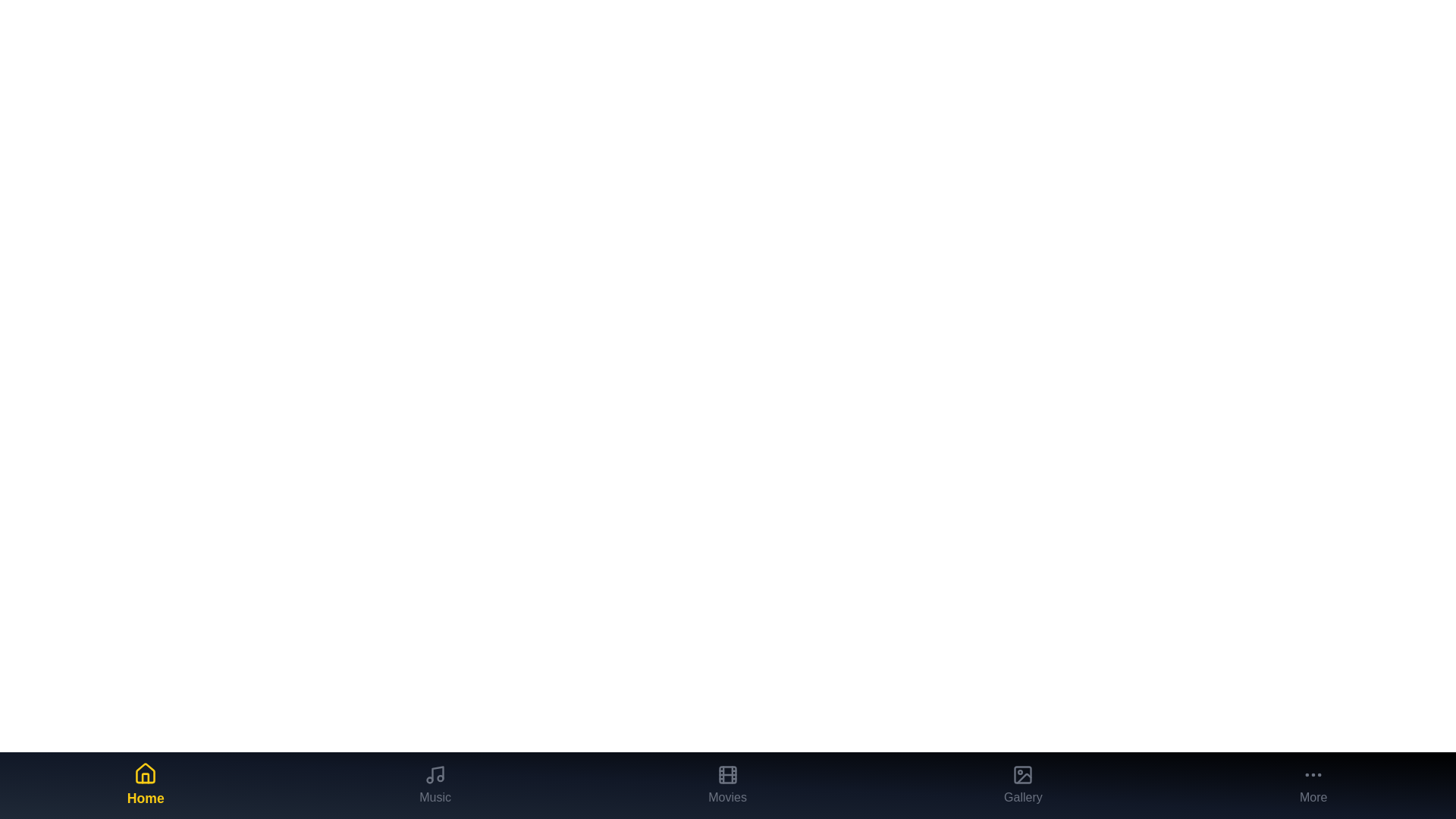 The width and height of the screenshot is (1456, 819). Describe the element at coordinates (435, 785) in the screenshot. I see `the Music tab to observe its visual feedback` at that location.